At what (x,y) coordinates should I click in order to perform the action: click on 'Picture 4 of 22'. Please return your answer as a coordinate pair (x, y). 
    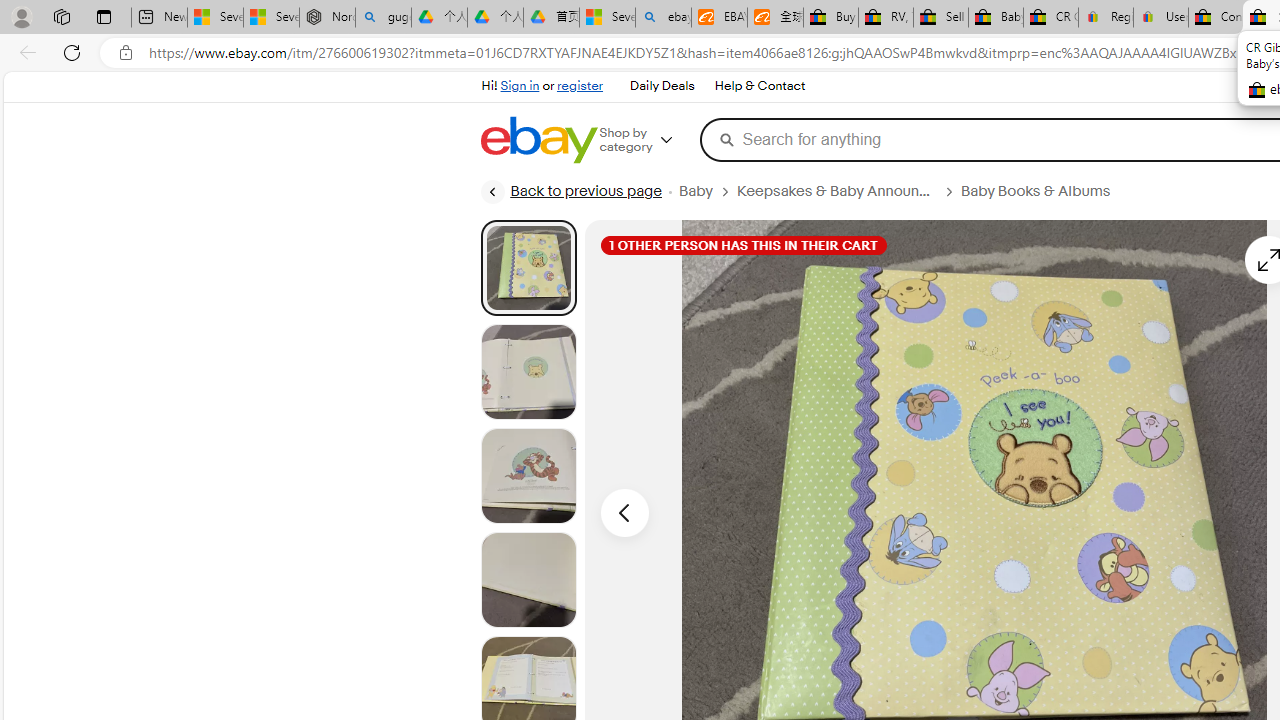
    Looking at the image, I should click on (528, 579).